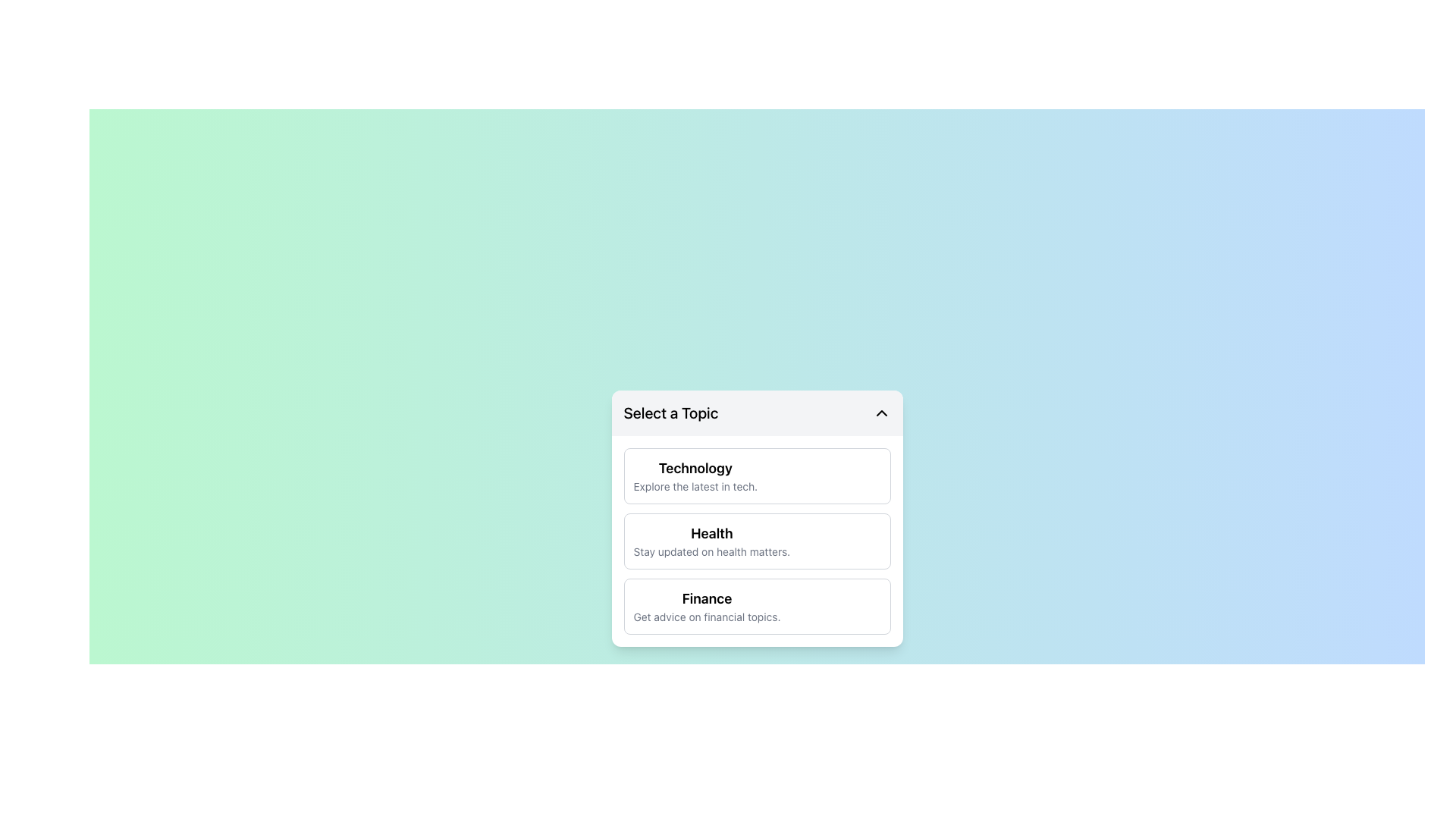 The width and height of the screenshot is (1456, 819). Describe the element at coordinates (757, 540) in the screenshot. I see `the second list item representing the category 'Health' located under 'Select a Topic'` at that location.